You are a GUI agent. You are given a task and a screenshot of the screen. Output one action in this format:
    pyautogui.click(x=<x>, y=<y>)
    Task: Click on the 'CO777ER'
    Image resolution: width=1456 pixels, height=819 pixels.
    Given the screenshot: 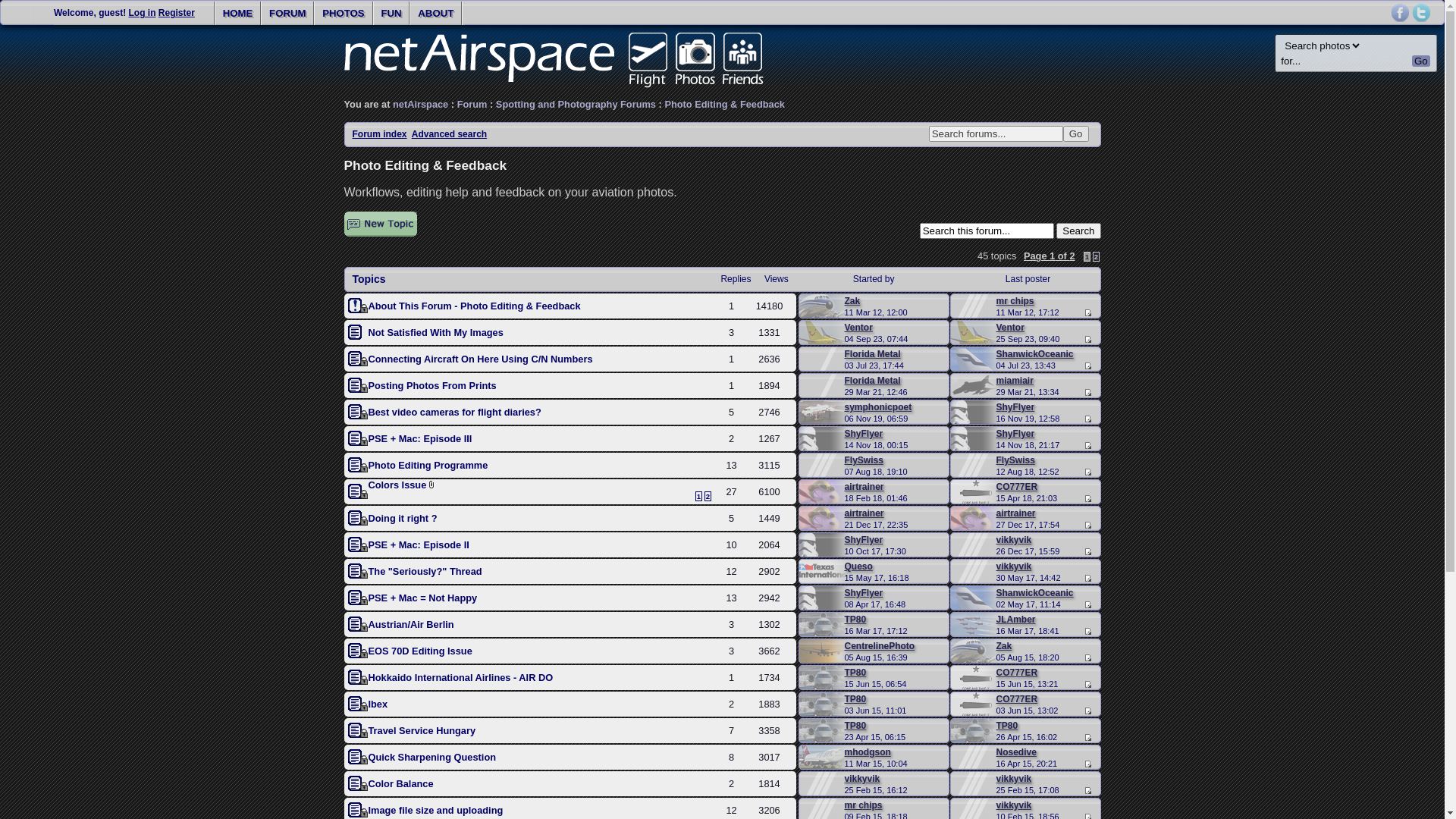 What is the action you would take?
    pyautogui.click(x=1017, y=672)
    